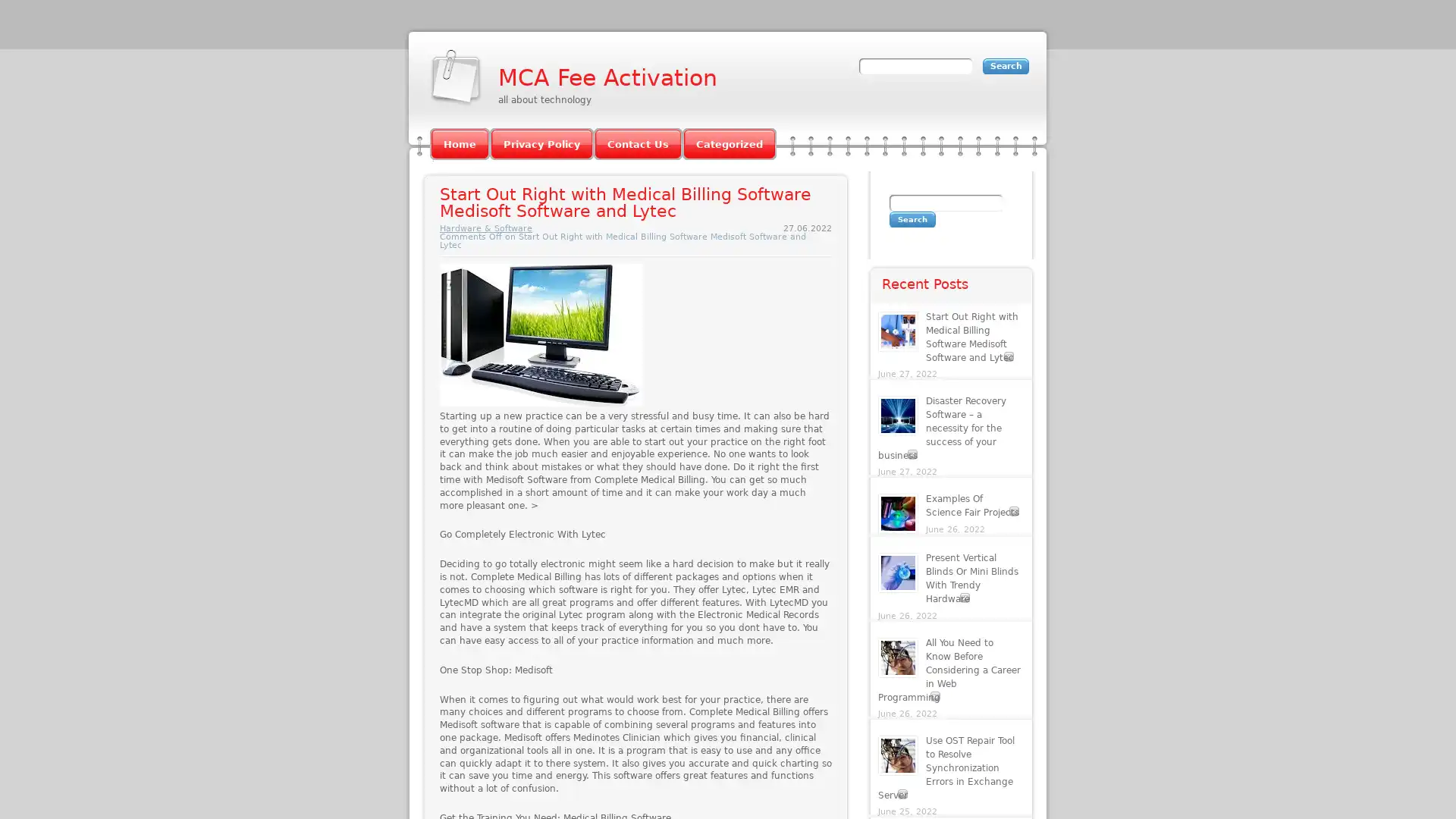 This screenshot has height=819, width=1456. What do you see at coordinates (1006, 65) in the screenshot?
I see `Search` at bounding box center [1006, 65].